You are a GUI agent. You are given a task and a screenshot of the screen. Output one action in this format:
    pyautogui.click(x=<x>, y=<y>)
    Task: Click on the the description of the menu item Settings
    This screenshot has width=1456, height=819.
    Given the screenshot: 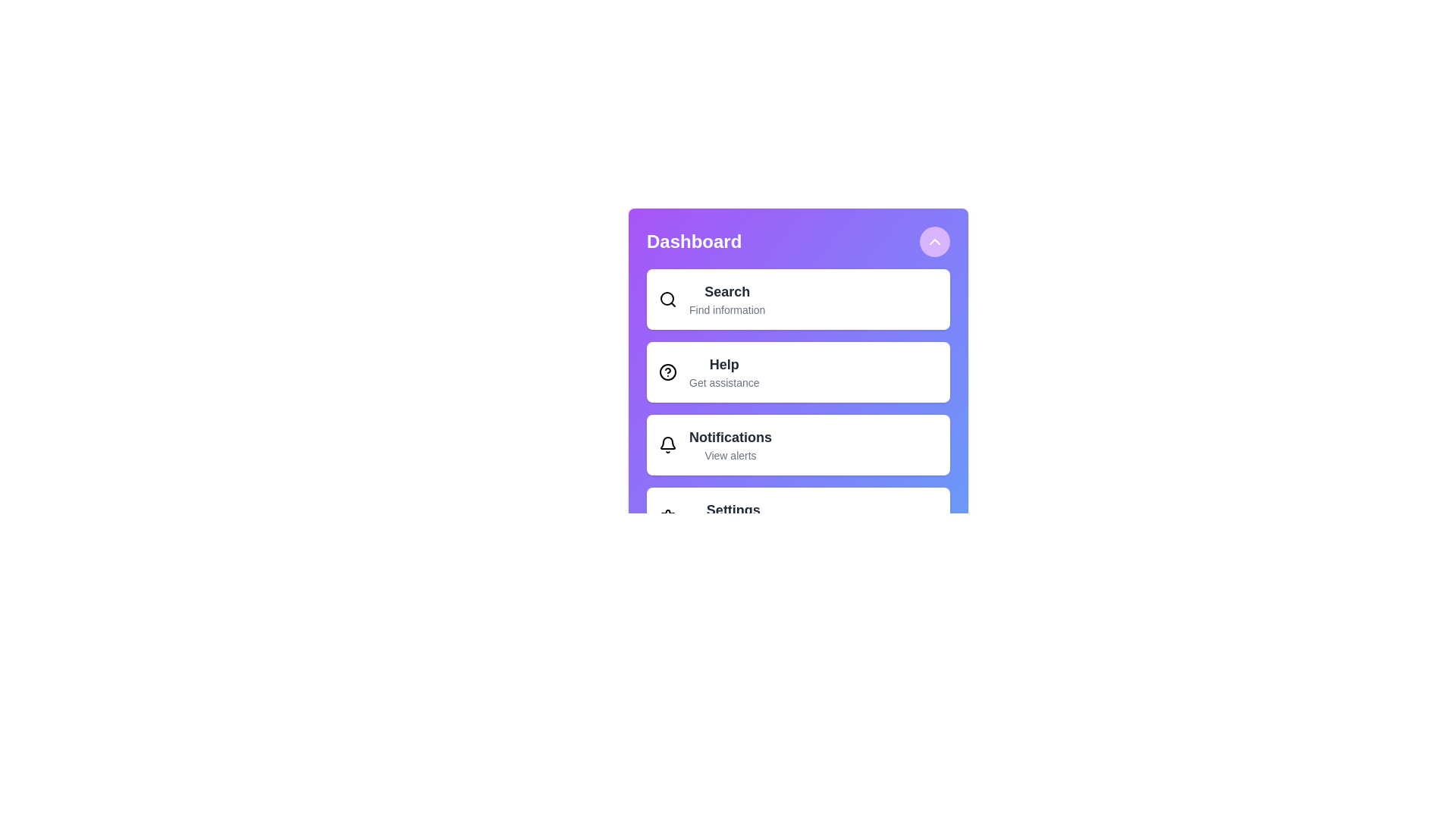 What is the action you would take?
    pyautogui.click(x=733, y=510)
    